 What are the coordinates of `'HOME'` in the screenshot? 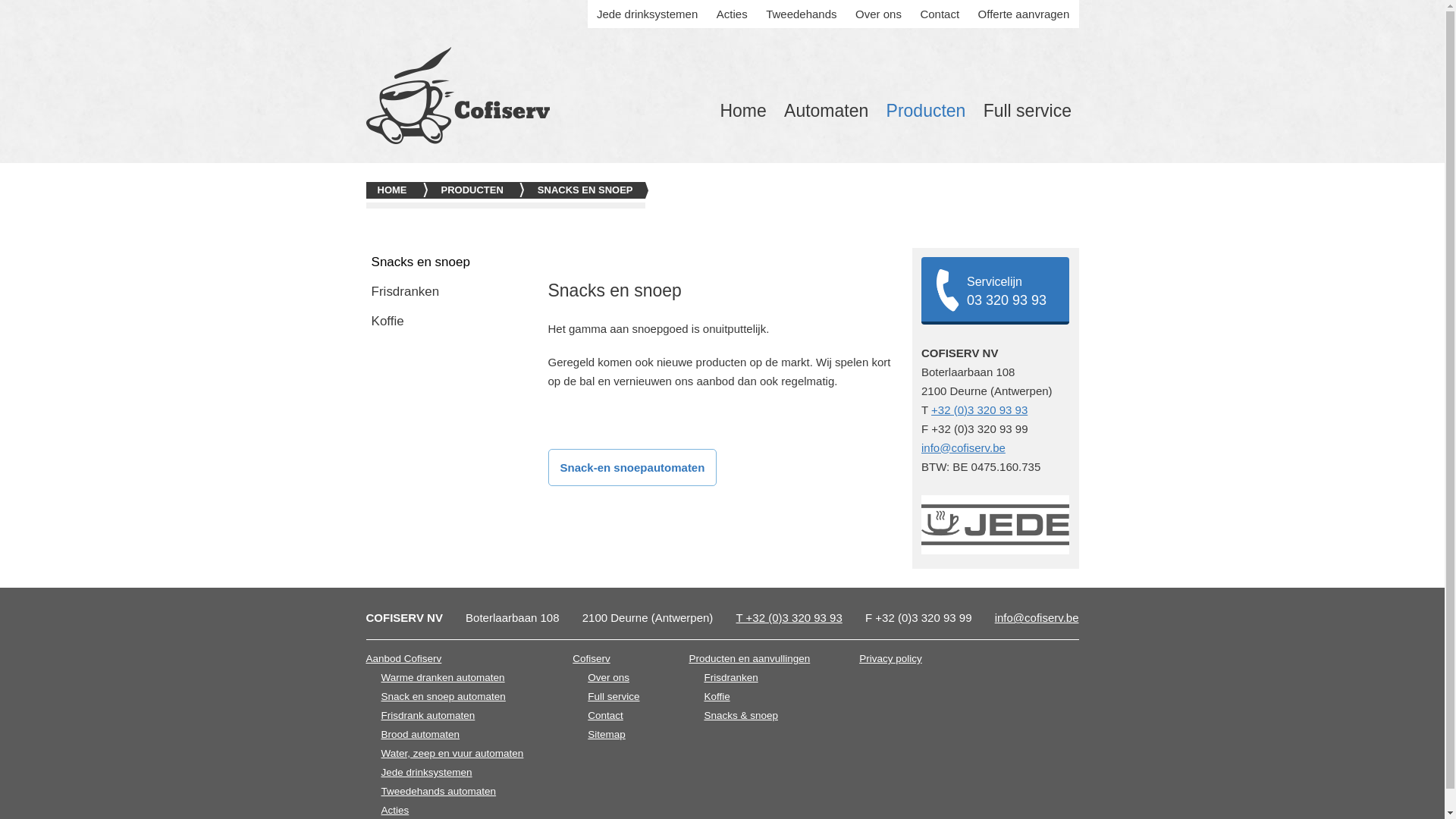 It's located at (397, 189).